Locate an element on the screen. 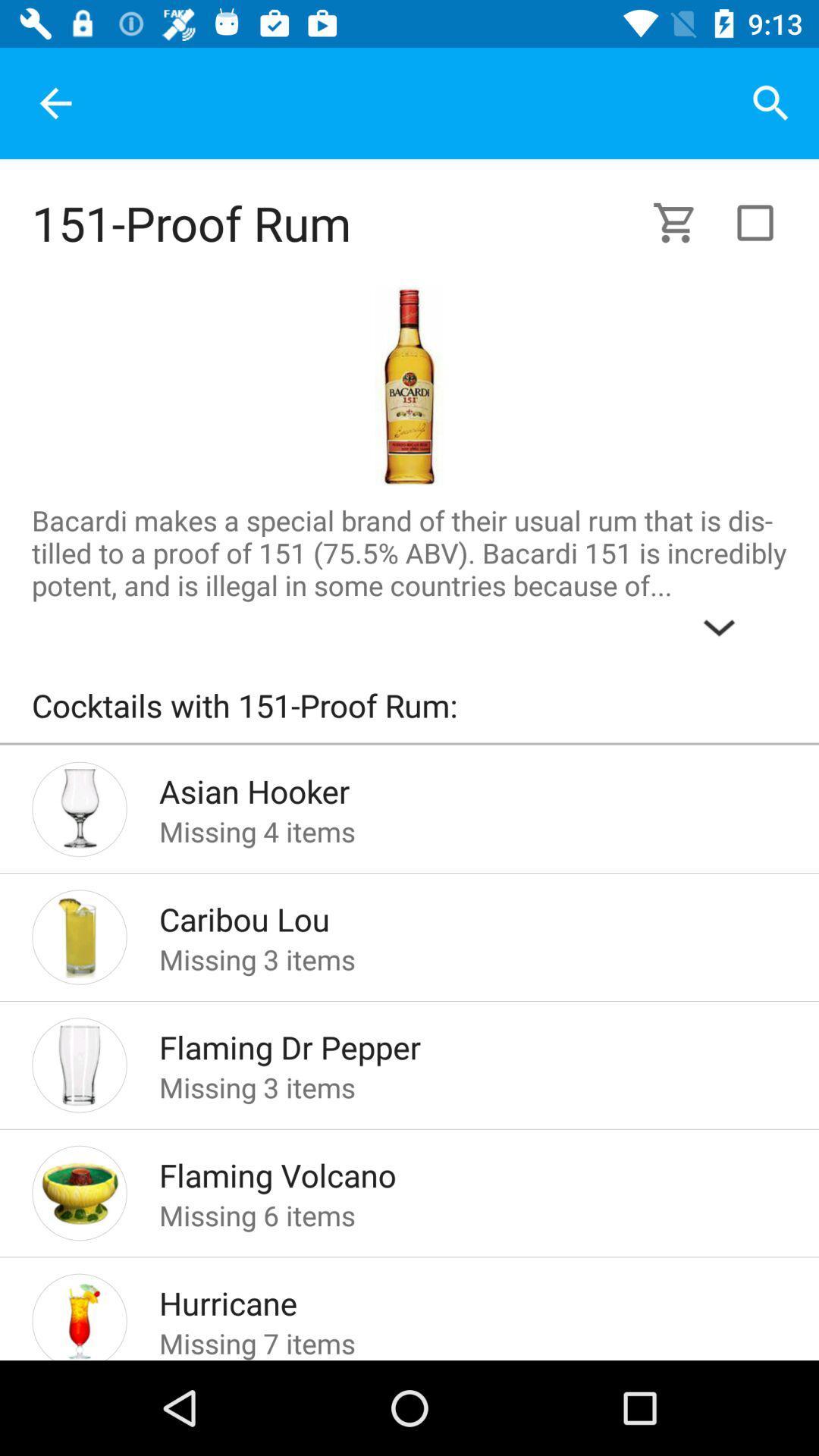 Image resolution: width=819 pixels, height=1456 pixels. the hurricane icon is located at coordinates (448, 1298).